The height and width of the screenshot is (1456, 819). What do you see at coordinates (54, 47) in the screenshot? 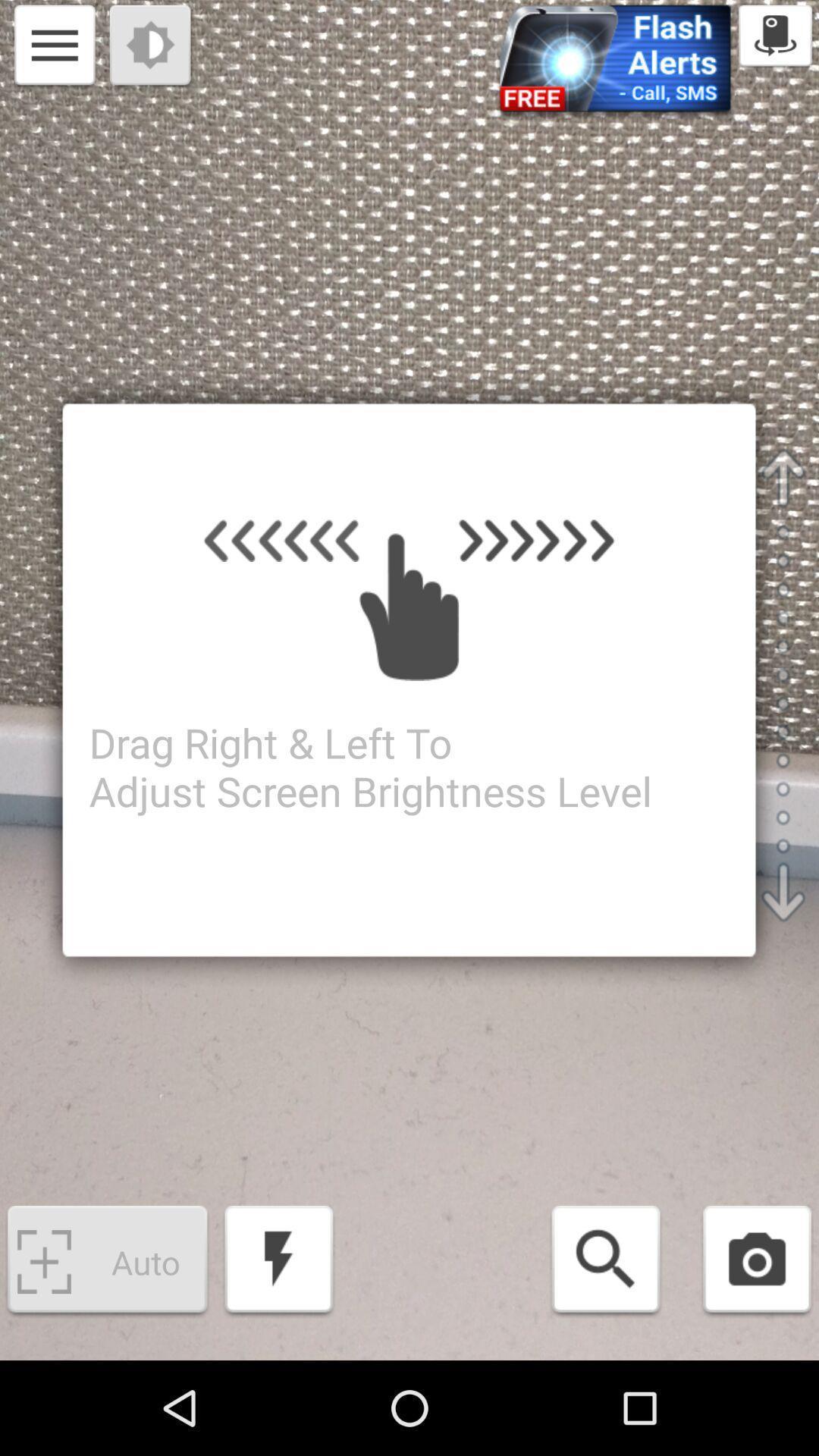
I see `options` at bounding box center [54, 47].